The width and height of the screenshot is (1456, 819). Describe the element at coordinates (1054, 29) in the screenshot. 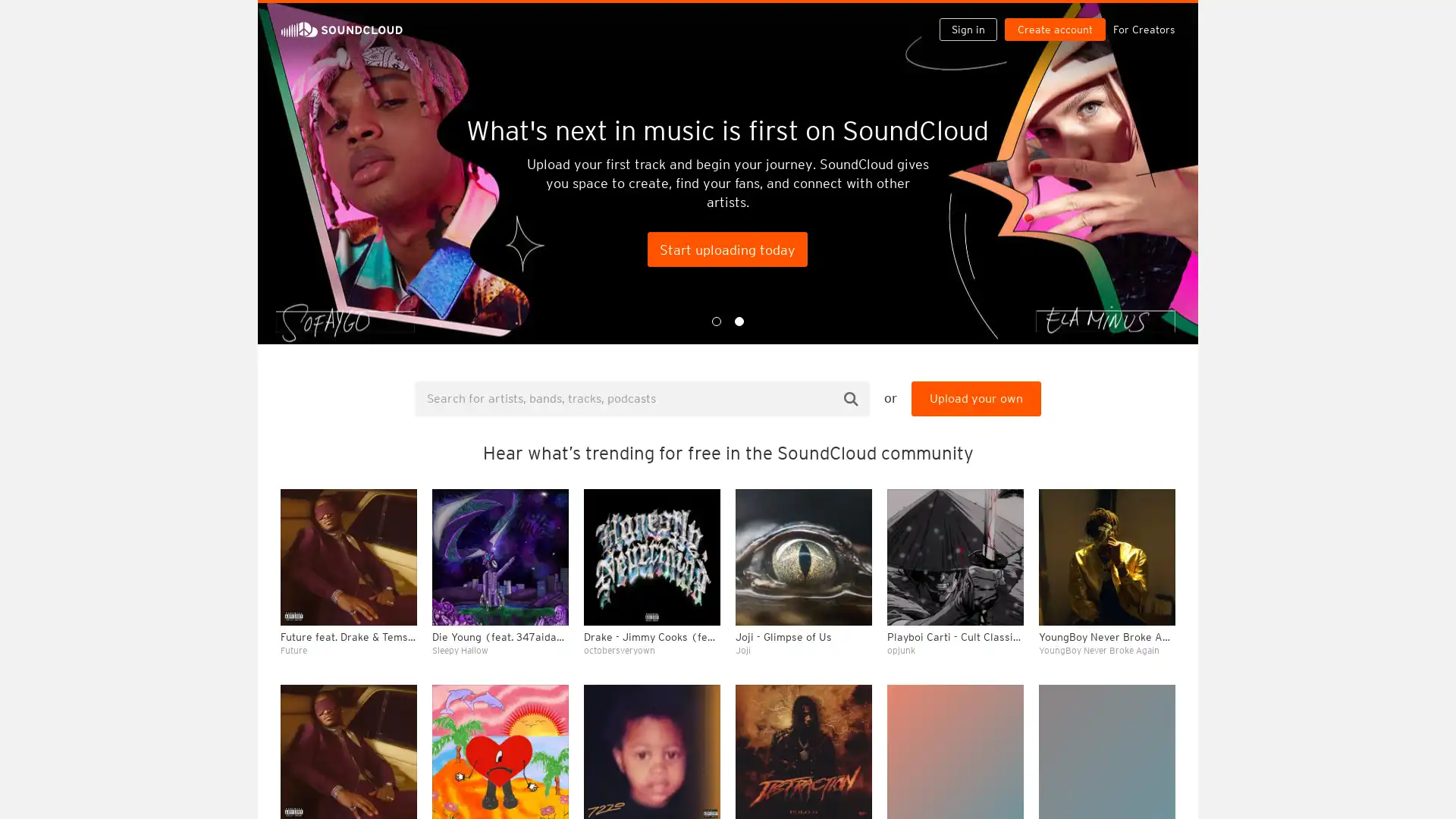

I see `Create a SoundCloud account` at that location.